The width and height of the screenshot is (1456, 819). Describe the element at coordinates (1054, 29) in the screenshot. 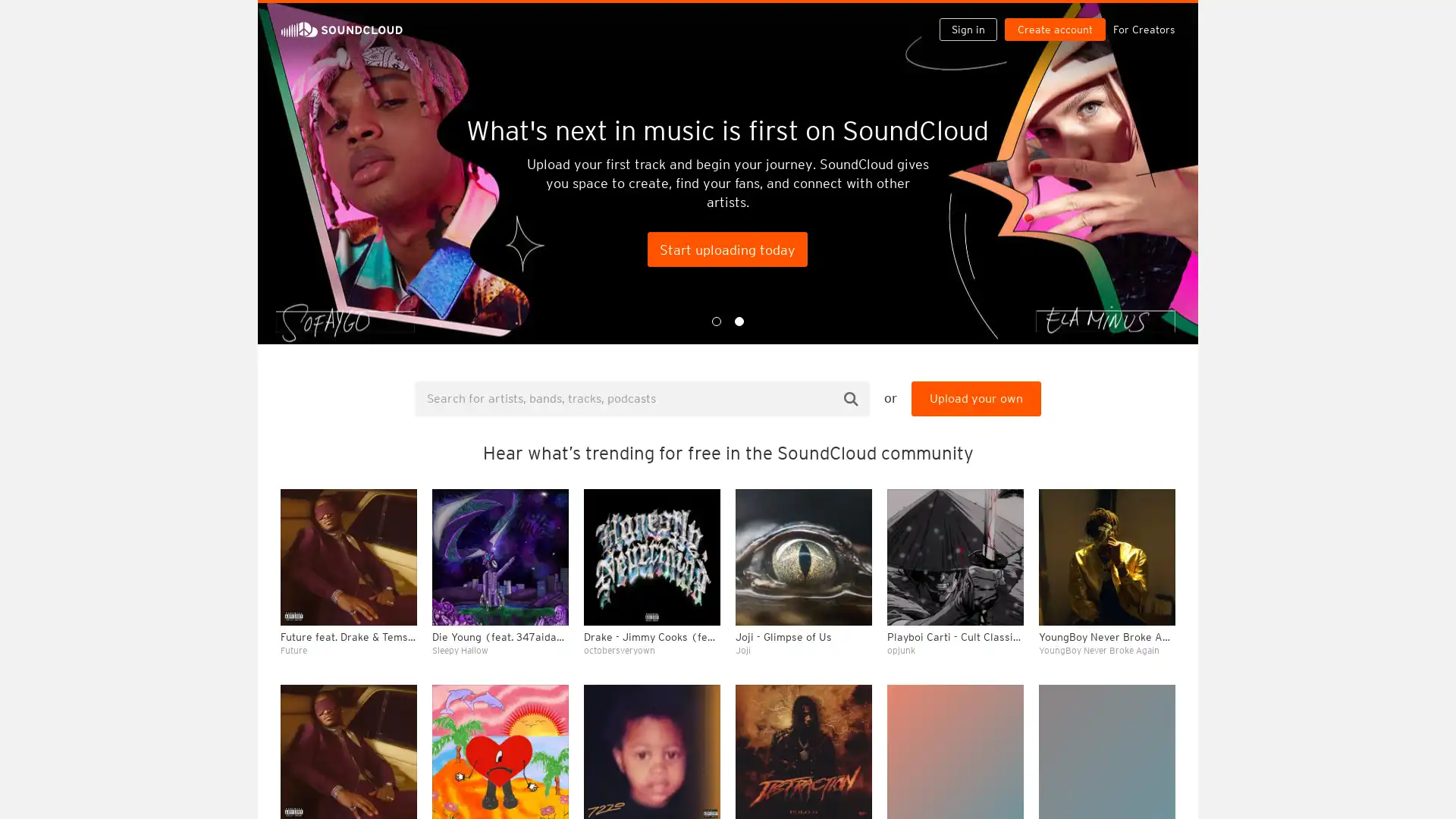

I see `Create a SoundCloud account` at that location.